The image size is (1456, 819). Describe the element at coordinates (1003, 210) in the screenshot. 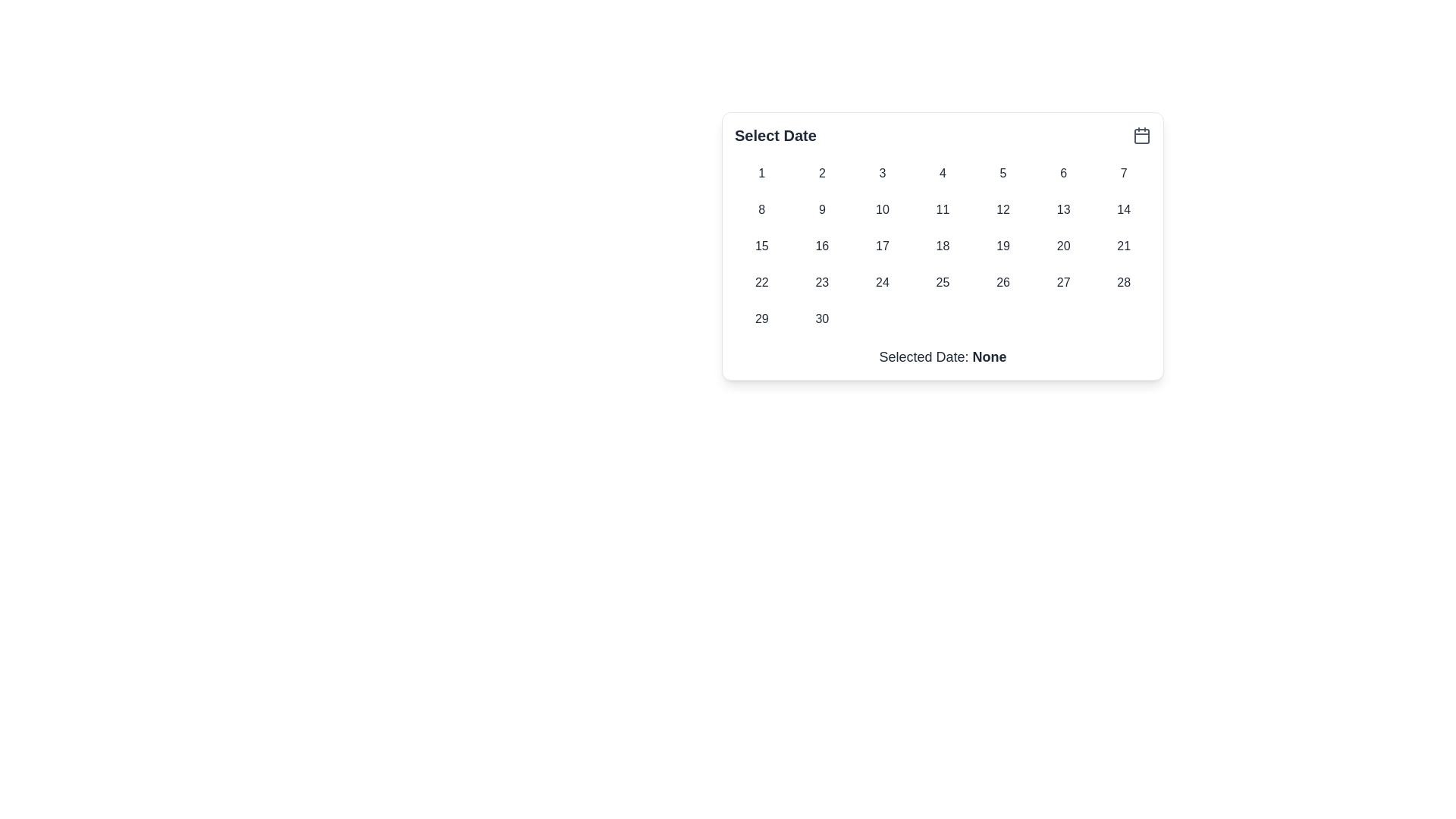

I see `the button representing the 12th day of the month in the calendar date selection interface located in the second row and fifth column` at that location.